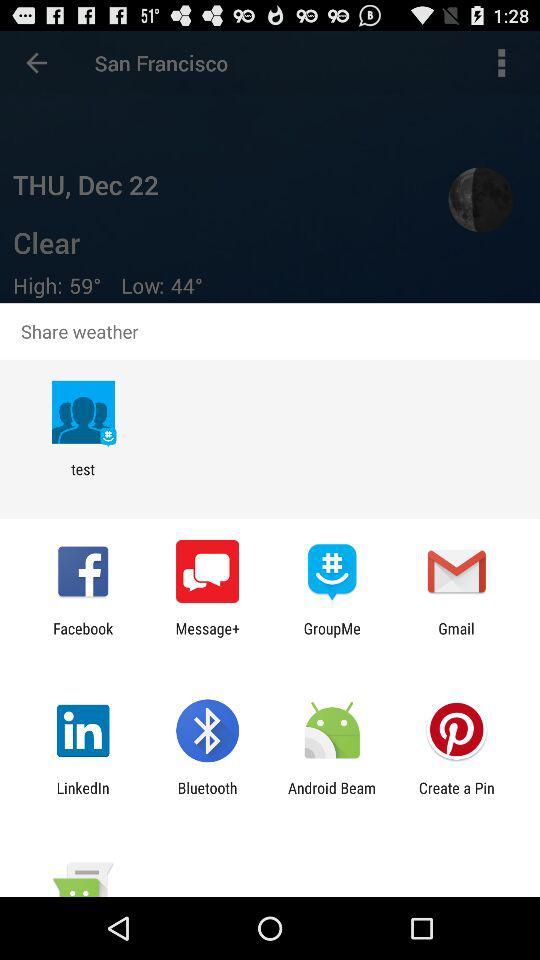 This screenshot has height=960, width=540. Describe the element at coordinates (332, 796) in the screenshot. I see `android beam` at that location.